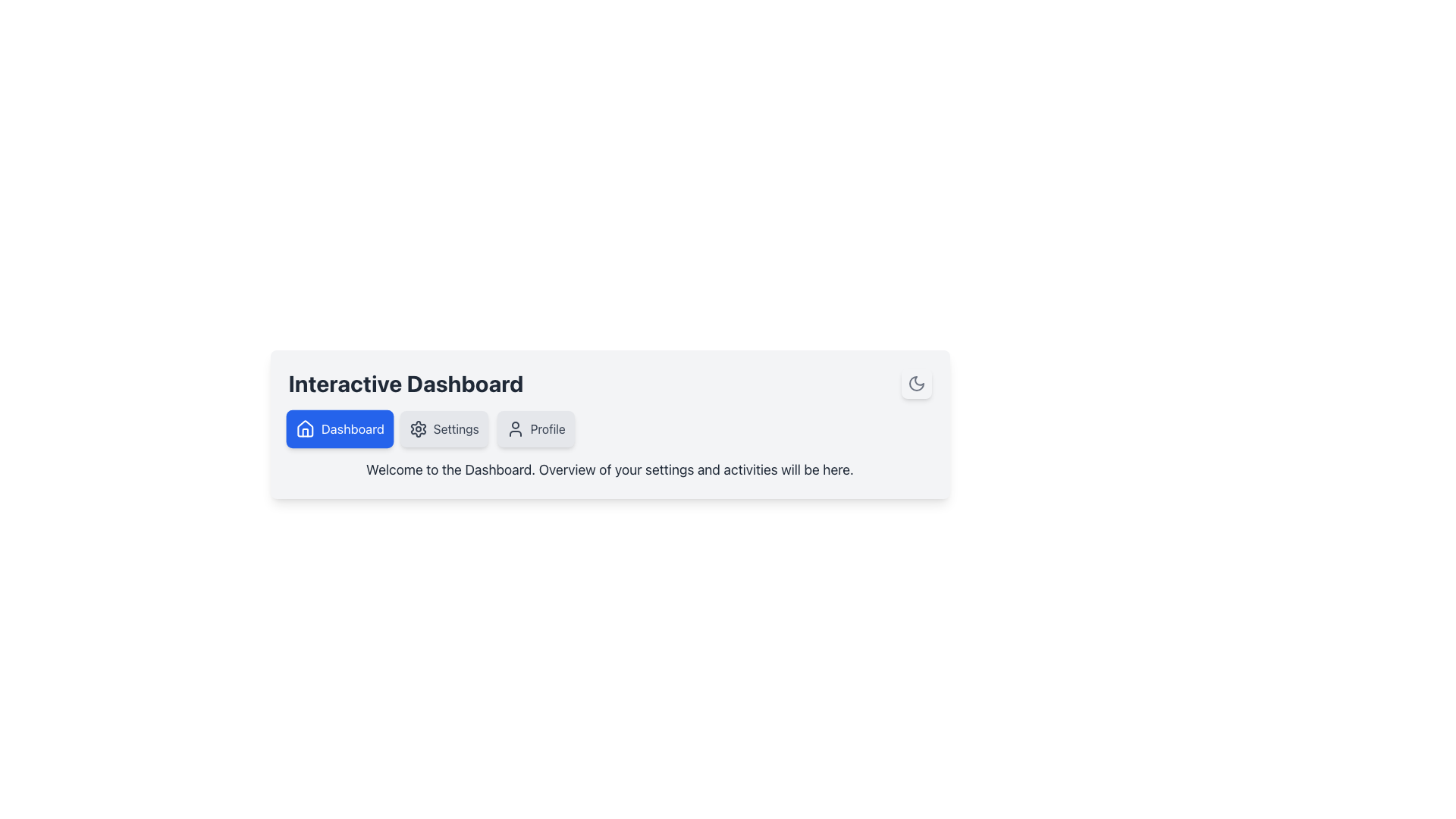 This screenshot has width=1456, height=819. What do you see at coordinates (915, 382) in the screenshot?
I see `the crescent moon icon located in the top-right corner of the dashboard interface's main control panel` at bounding box center [915, 382].